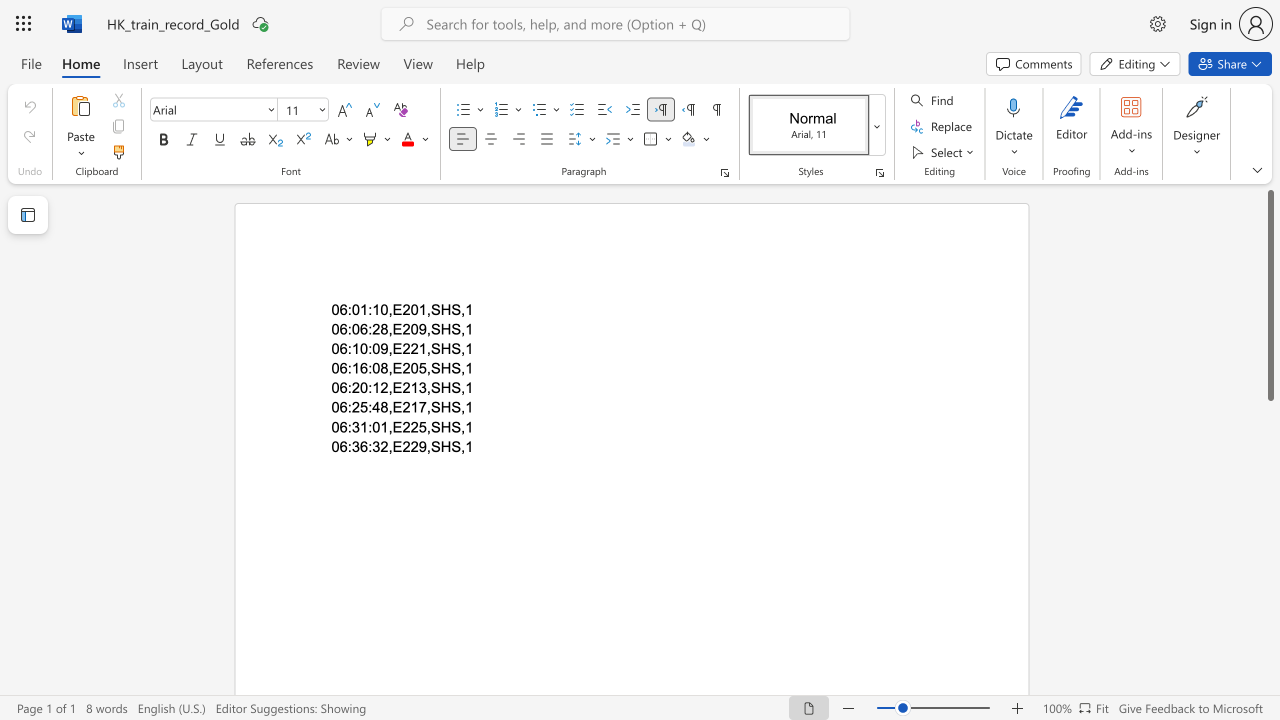  I want to click on the scrollbar to move the content lower, so click(1269, 518).